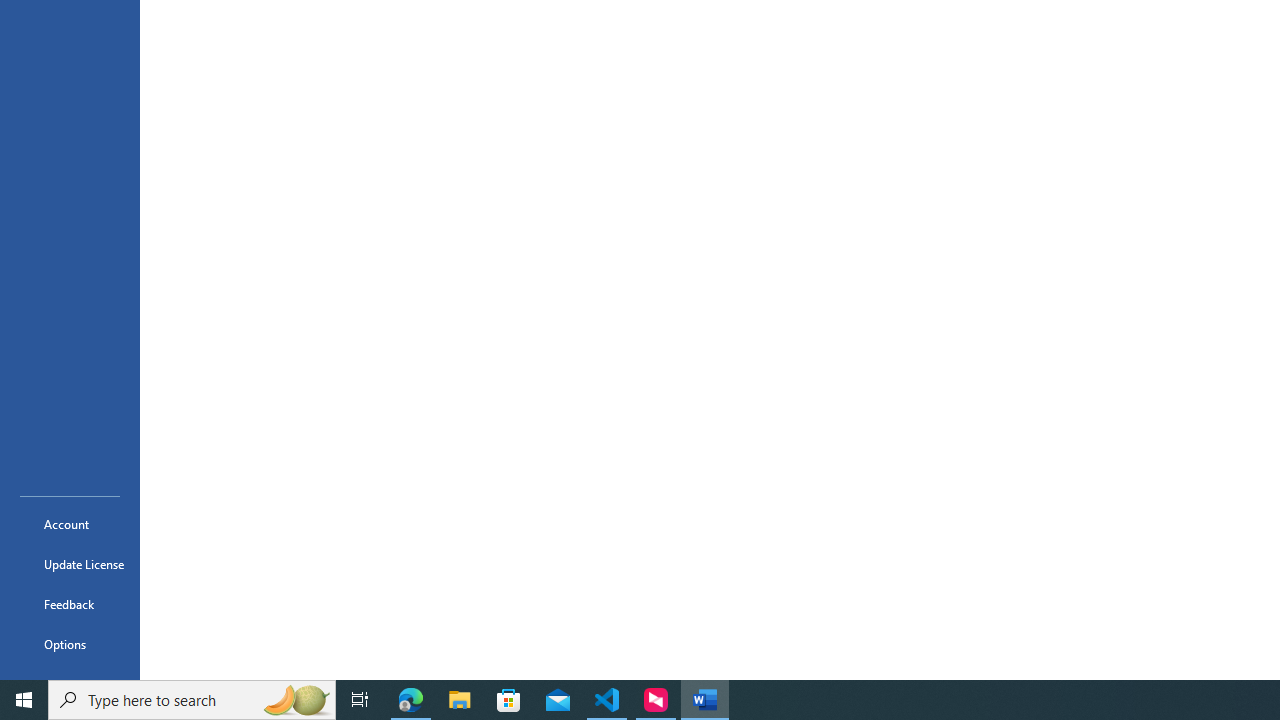 Image resolution: width=1280 pixels, height=720 pixels. What do you see at coordinates (69, 564) in the screenshot?
I see `'Update License'` at bounding box center [69, 564].